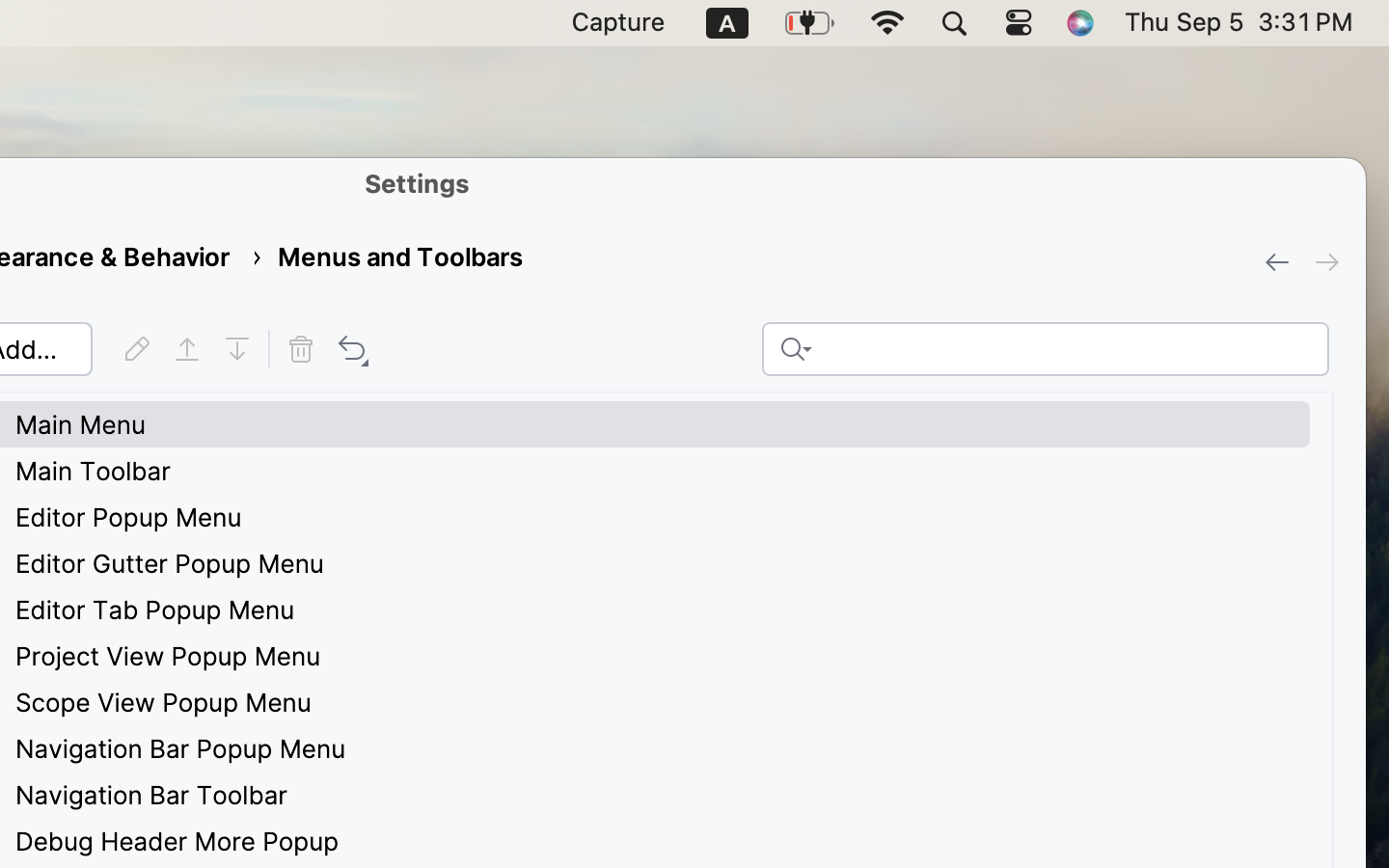 The image size is (1389, 868). Describe the element at coordinates (418, 182) in the screenshot. I see `'Settings'` at that location.